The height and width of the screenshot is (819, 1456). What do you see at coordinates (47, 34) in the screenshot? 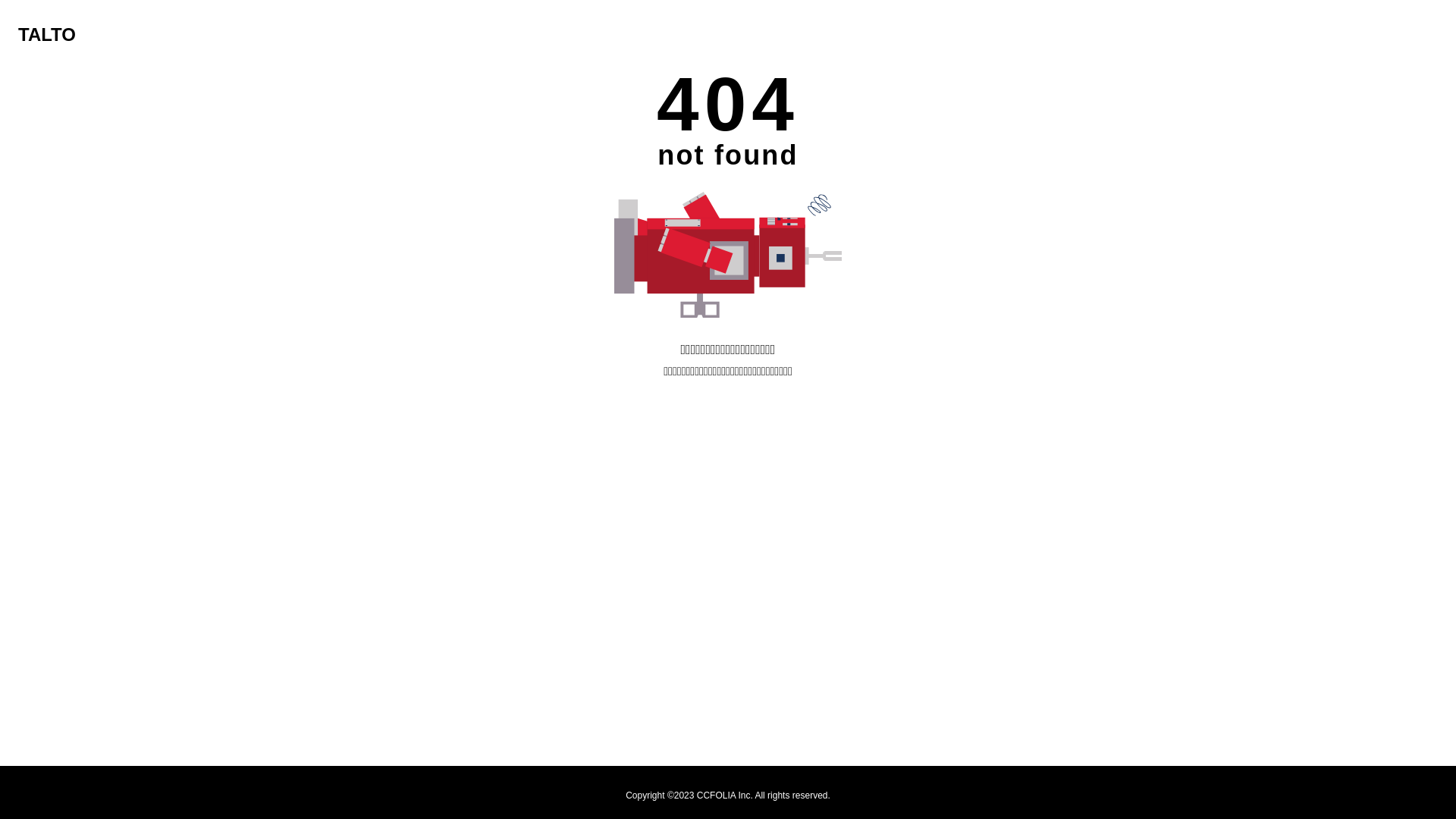
I see `'TALTO'` at bounding box center [47, 34].